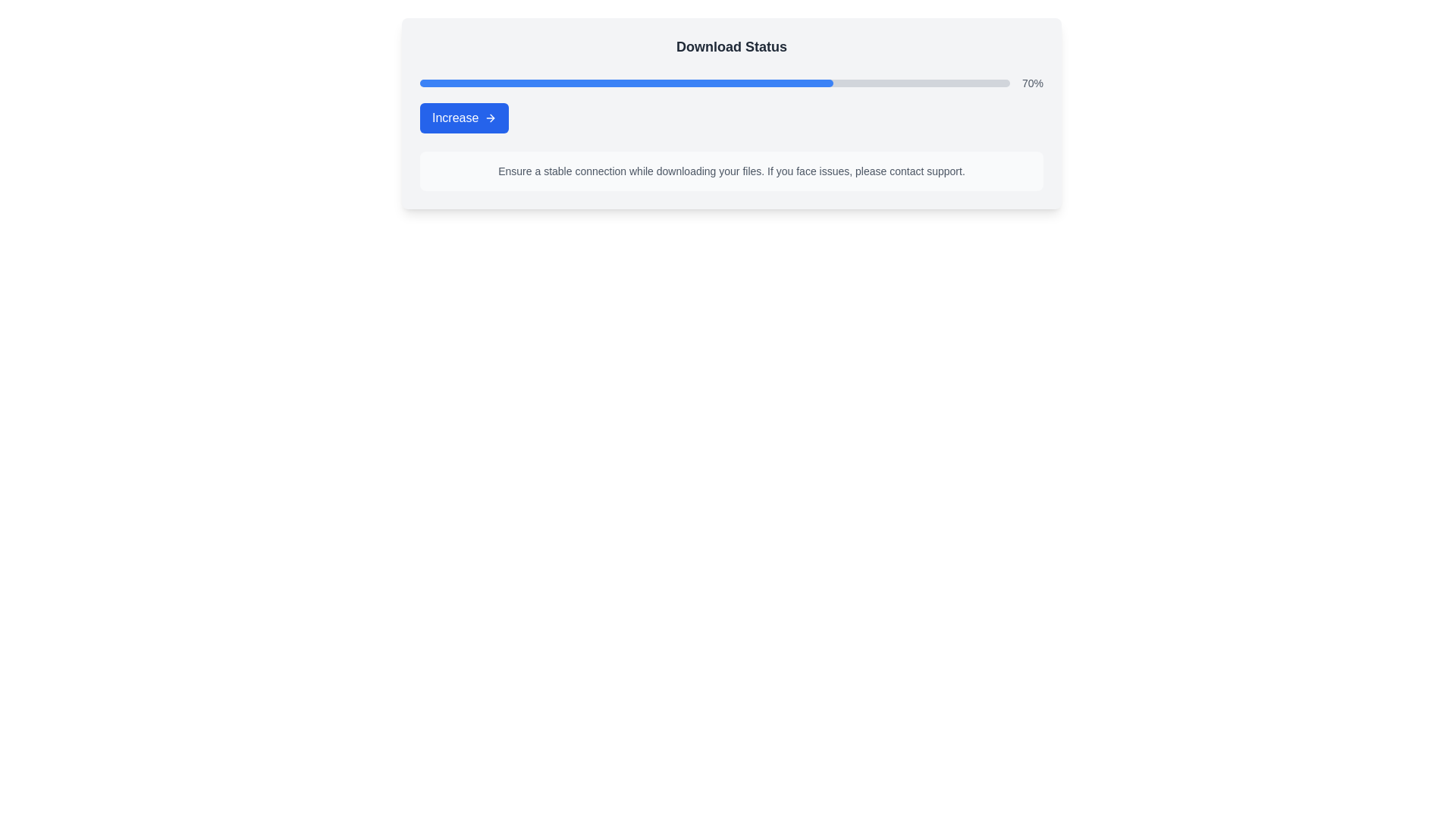  What do you see at coordinates (463, 117) in the screenshot?
I see `the blue button with rounded corners labeled 'Increase'` at bounding box center [463, 117].